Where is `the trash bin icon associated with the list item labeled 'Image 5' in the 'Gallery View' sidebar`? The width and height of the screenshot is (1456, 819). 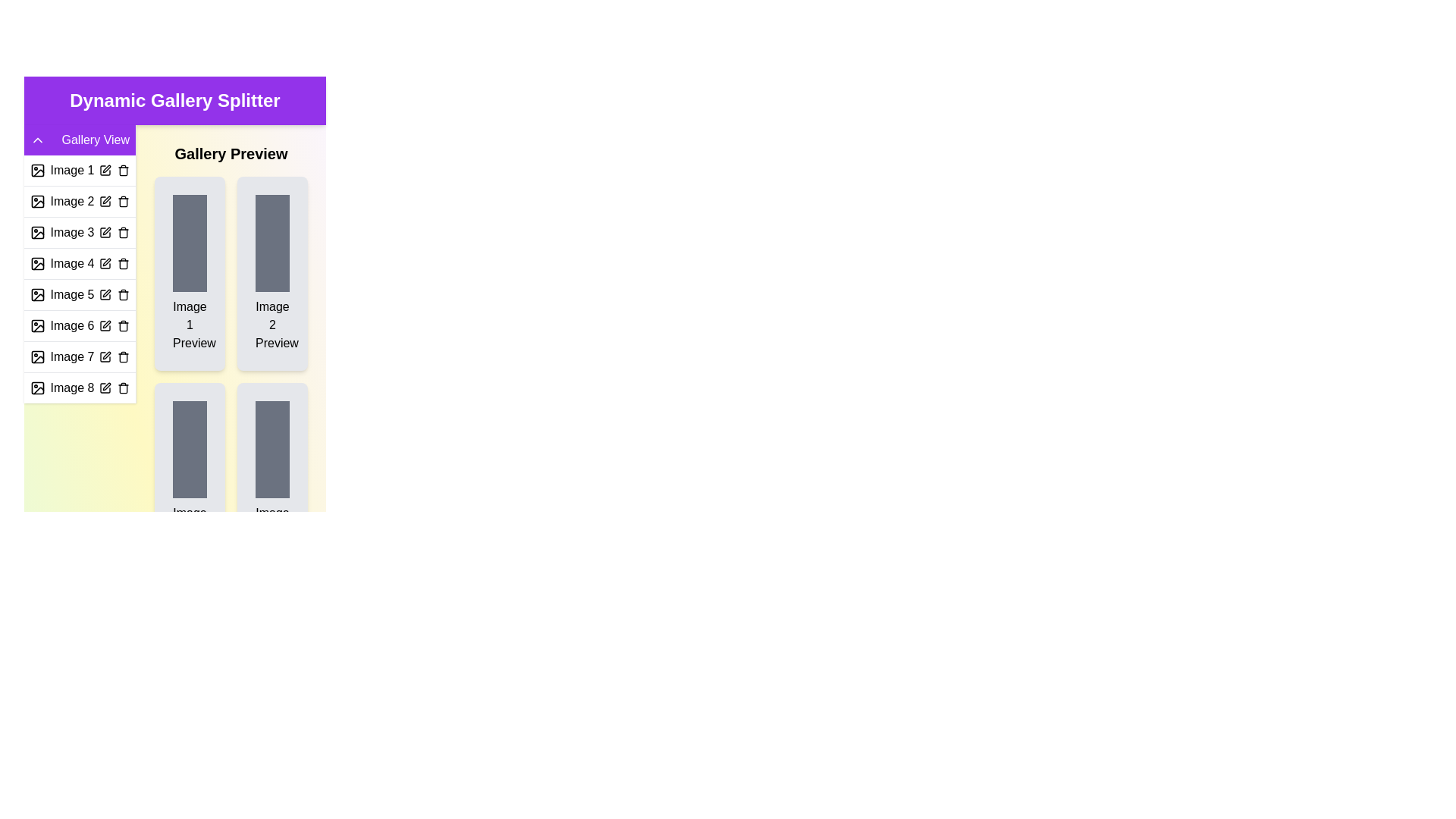 the trash bin icon associated with the list item labeled 'Image 5' in the 'Gallery View' sidebar is located at coordinates (79, 294).